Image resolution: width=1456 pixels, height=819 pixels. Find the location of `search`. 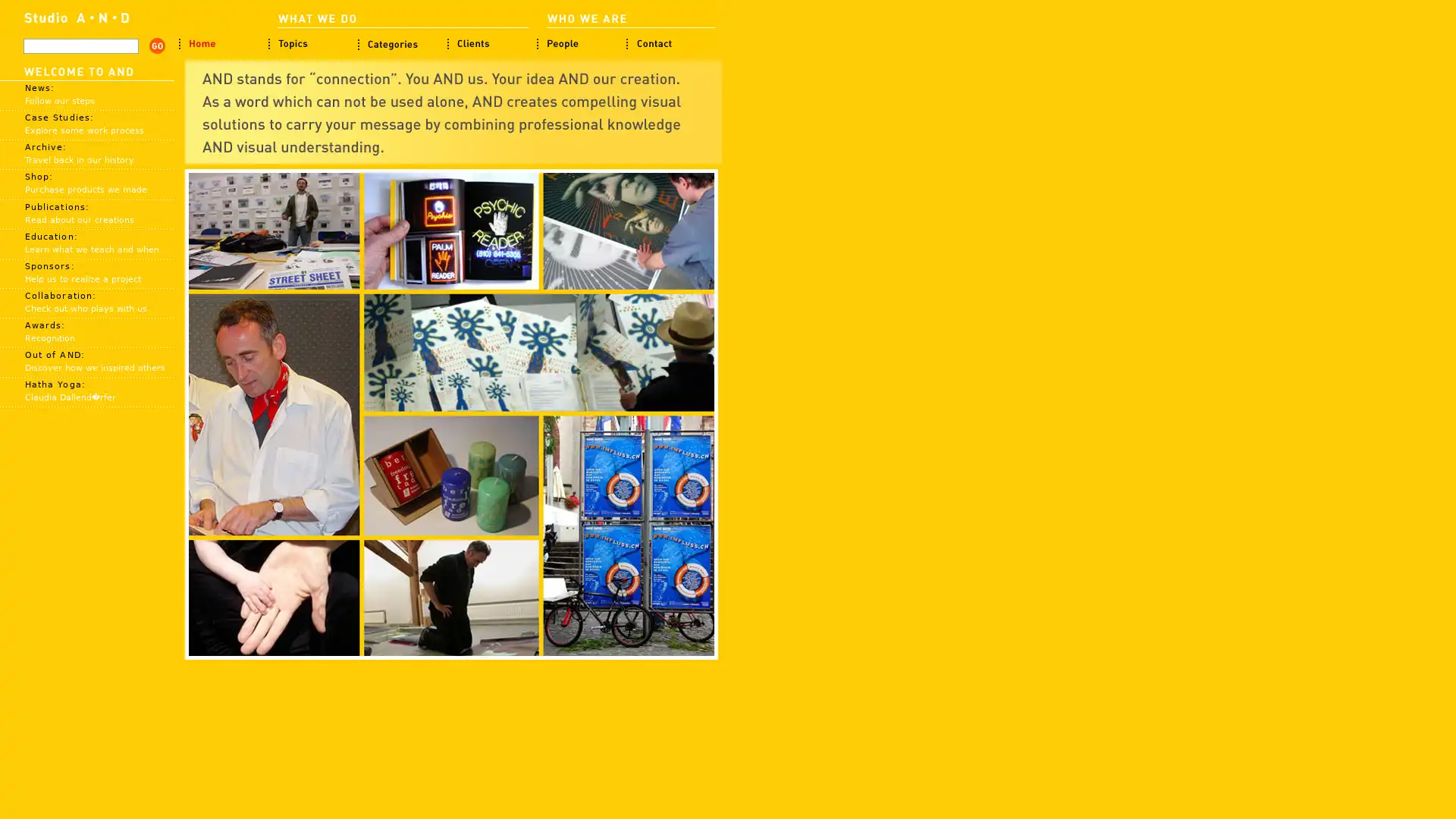

search is located at coordinates (156, 45).